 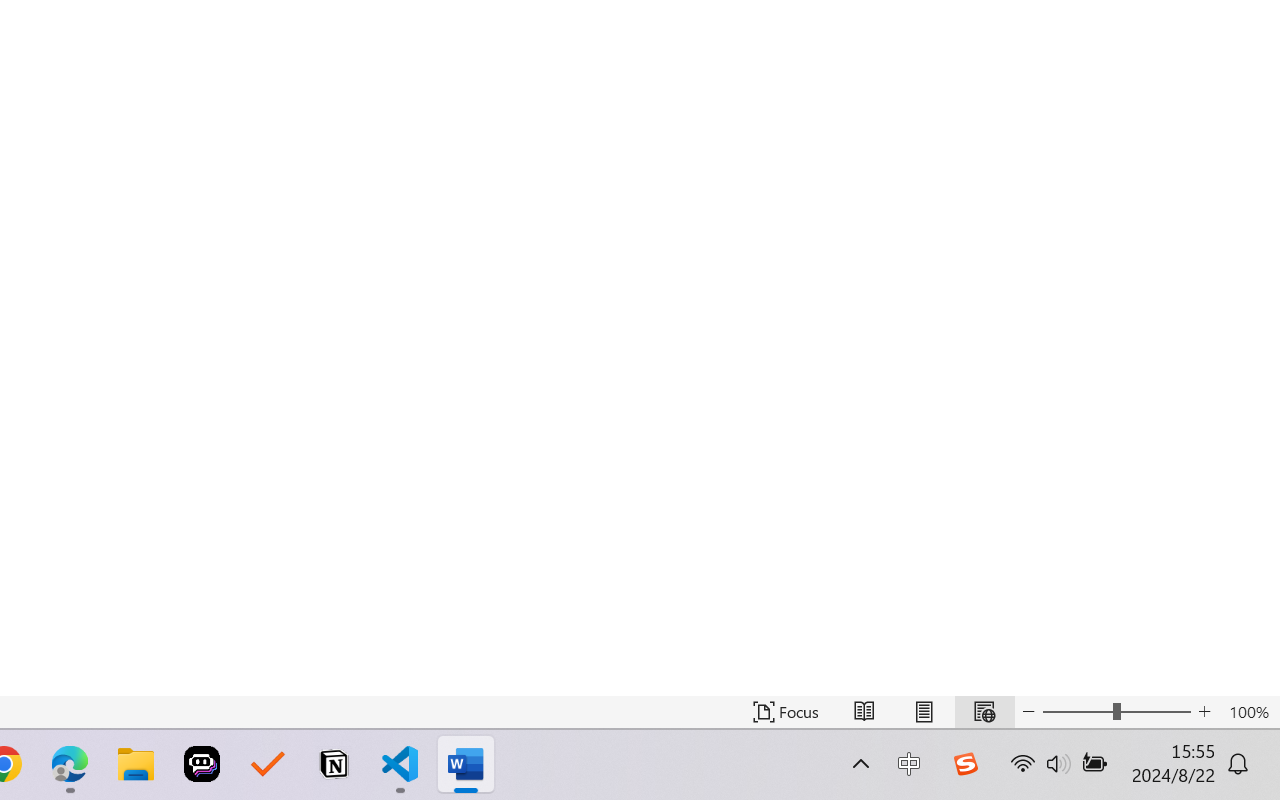 What do you see at coordinates (1115, 711) in the screenshot?
I see `'Zoom'` at bounding box center [1115, 711].